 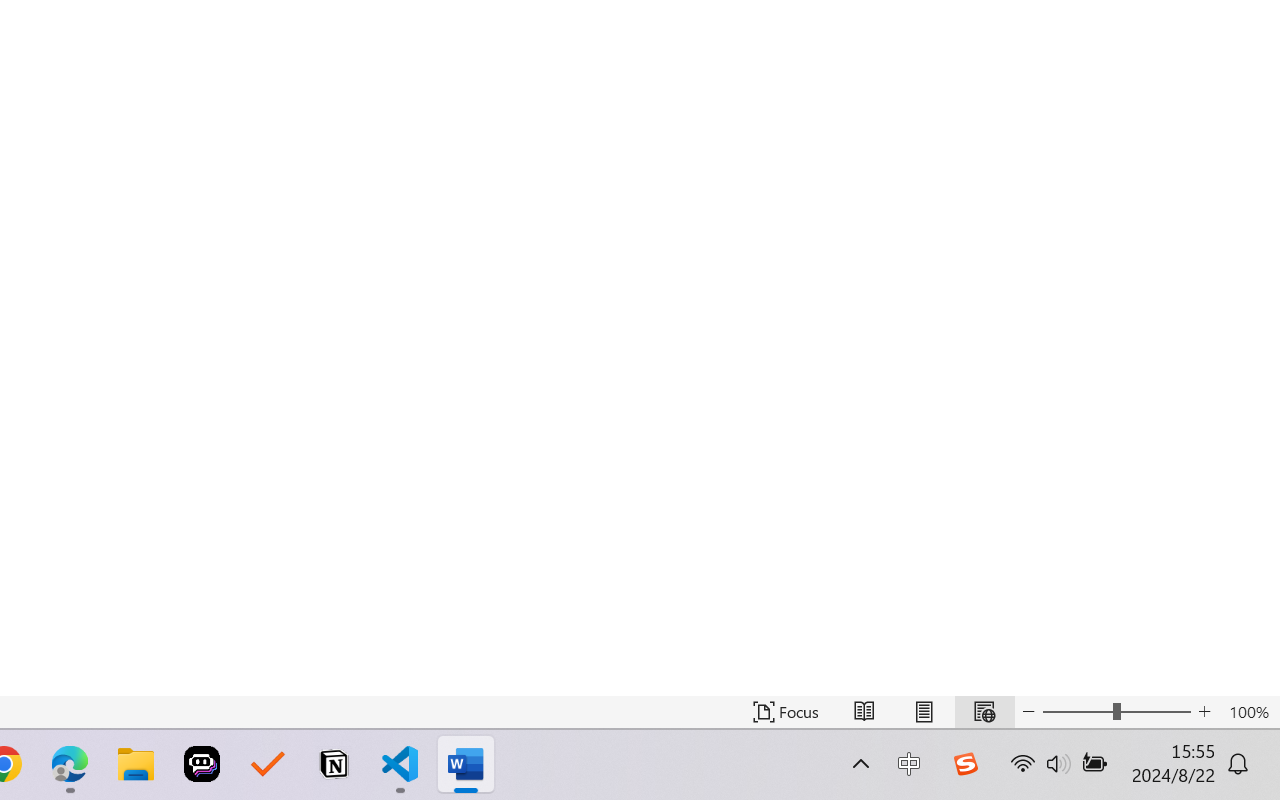 What do you see at coordinates (1115, 711) in the screenshot?
I see `'Zoom'` at bounding box center [1115, 711].